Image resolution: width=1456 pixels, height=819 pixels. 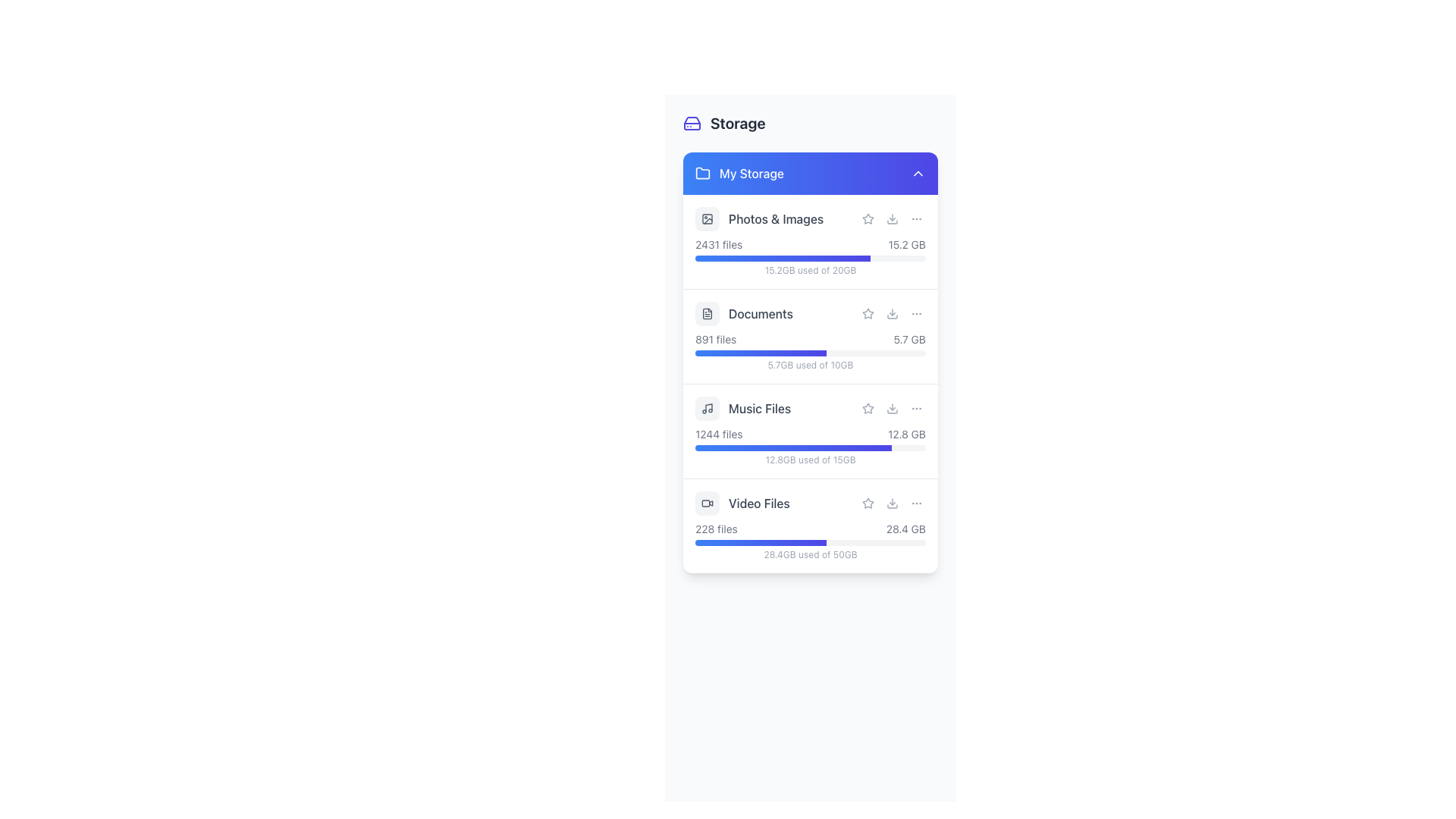 What do you see at coordinates (892, 312) in the screenshot?
I see `the download icon represented by a downward arrow, located to the far right of the 'Documents' entry in the storage list, to observe its hover effects` at bounding box center [892, 312].